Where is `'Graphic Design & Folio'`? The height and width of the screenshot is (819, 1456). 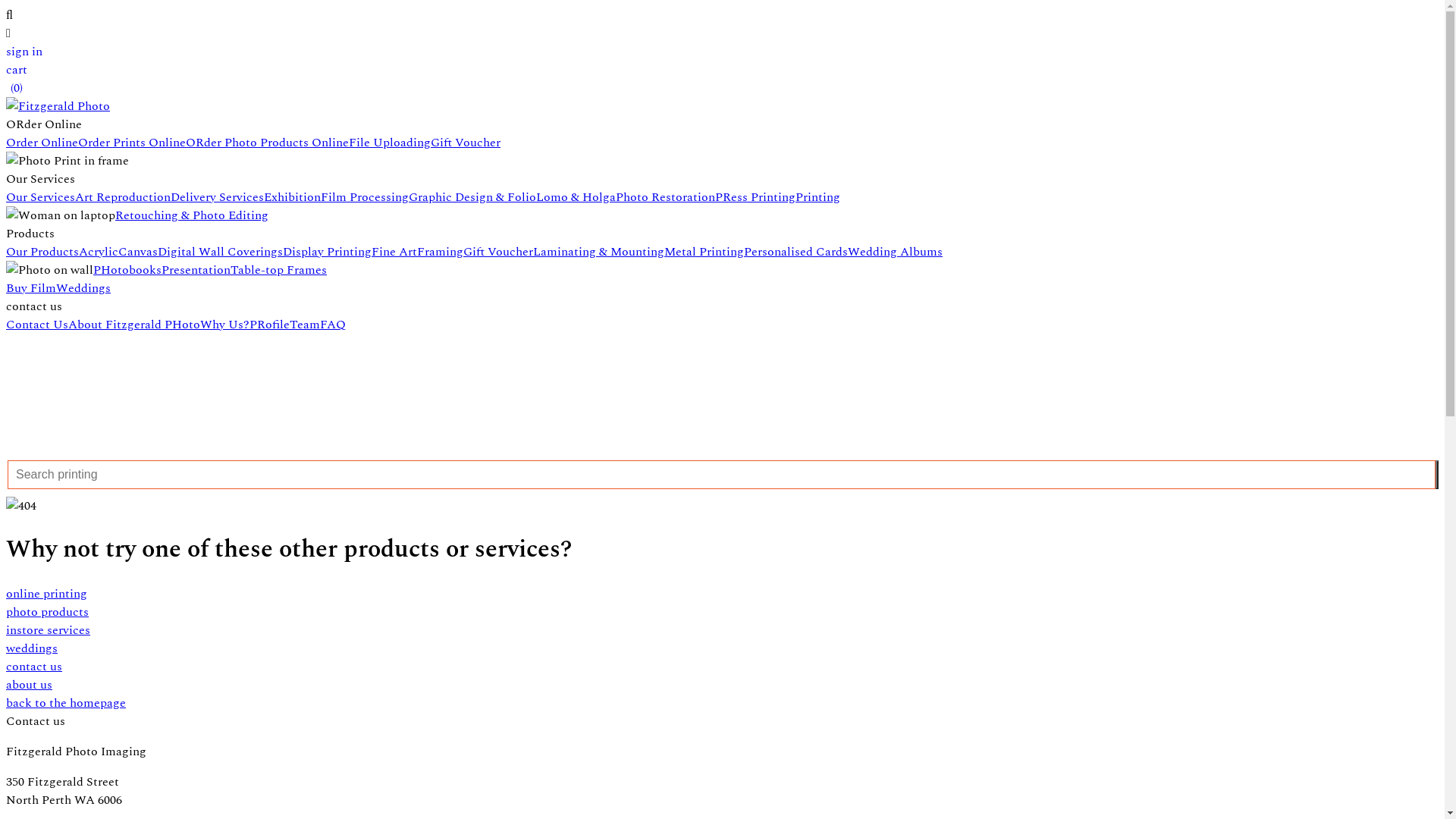 'Graphic Design & Folio' is located at coordinates (472, 196).